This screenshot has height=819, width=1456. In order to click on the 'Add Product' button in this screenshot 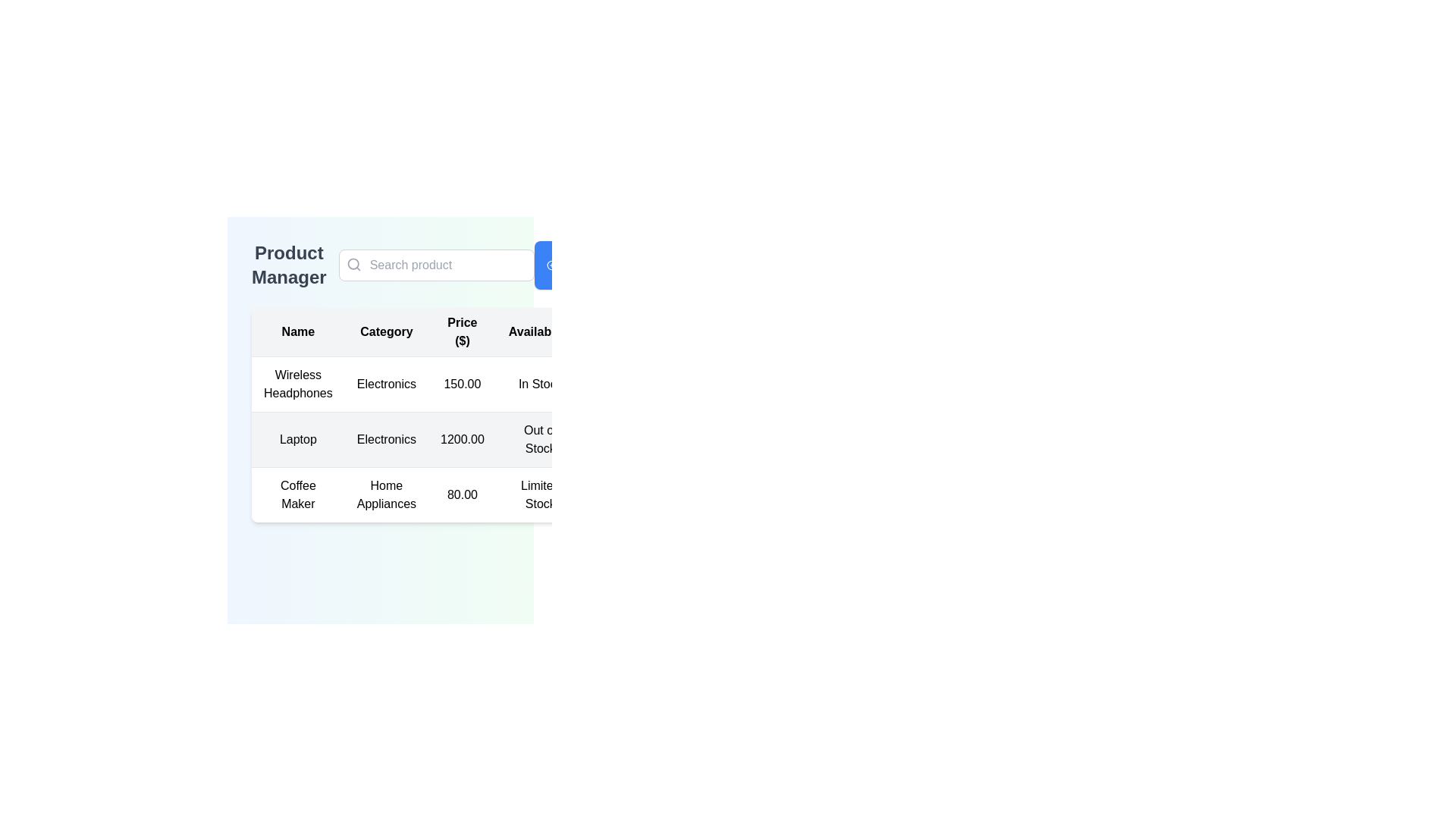, I will do `click(577, 265)`.